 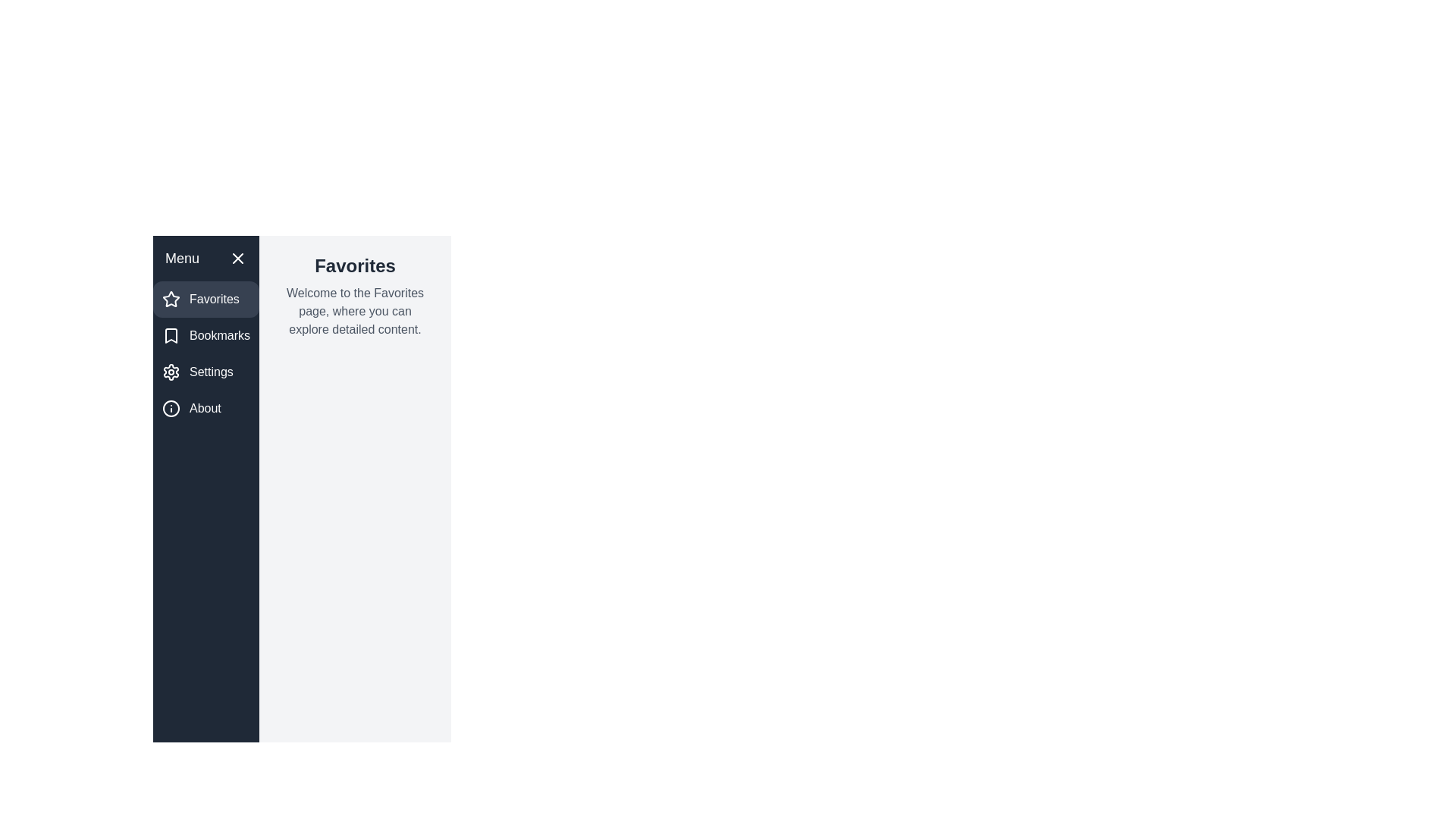 What do you see at coordinates (354, 311) in the screenshot?
I see `the text block that displays the message 'Welcome to the Favorites page, where you can explore detailed content.', which is located directly below the 'Favorites' header and has a light gray background` at bounding box center [354, 311].